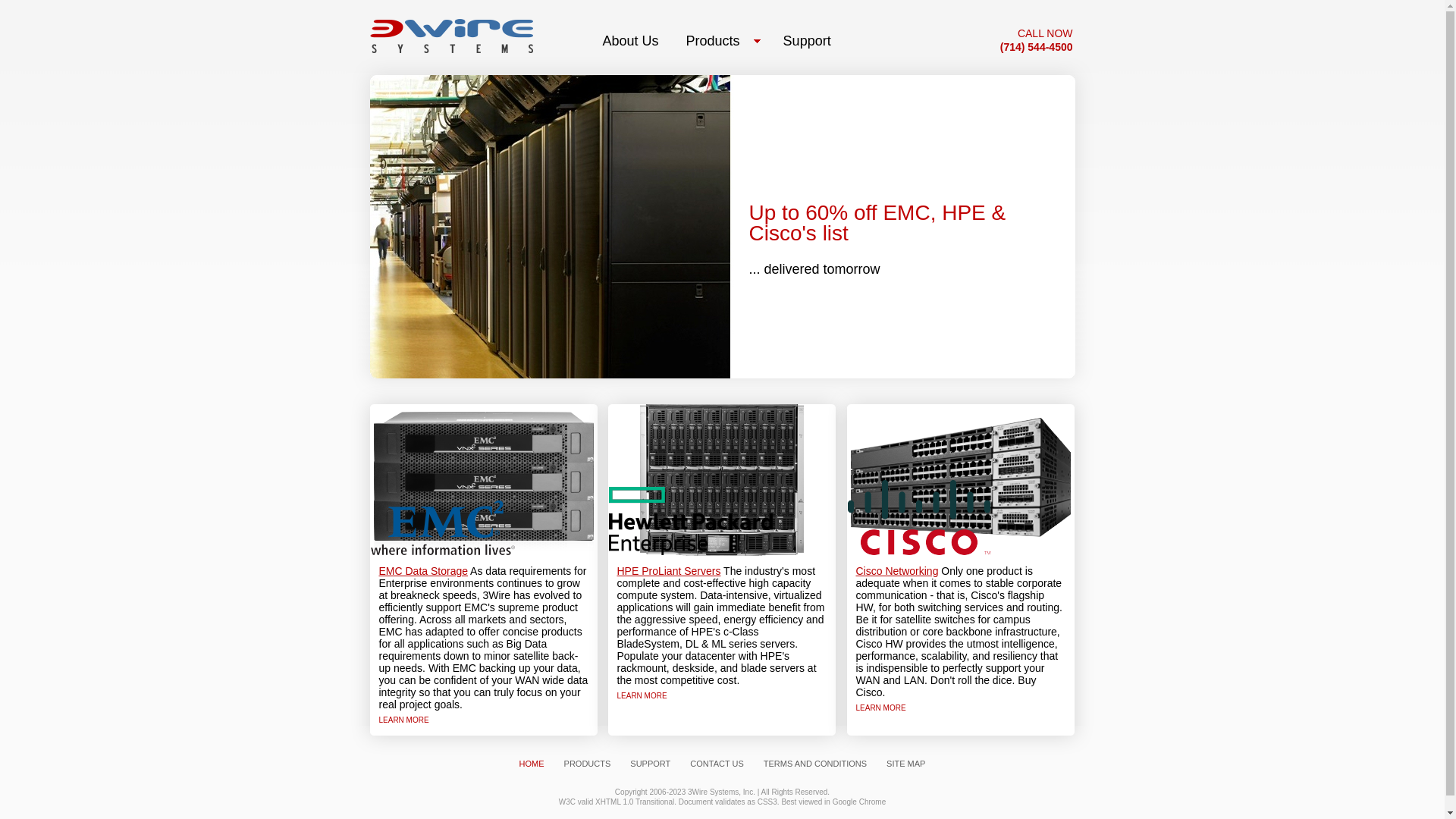  What do you see at coordinates (806, 40) in the screenshot?
I see `' Support '` at bounding box center [806, 40].